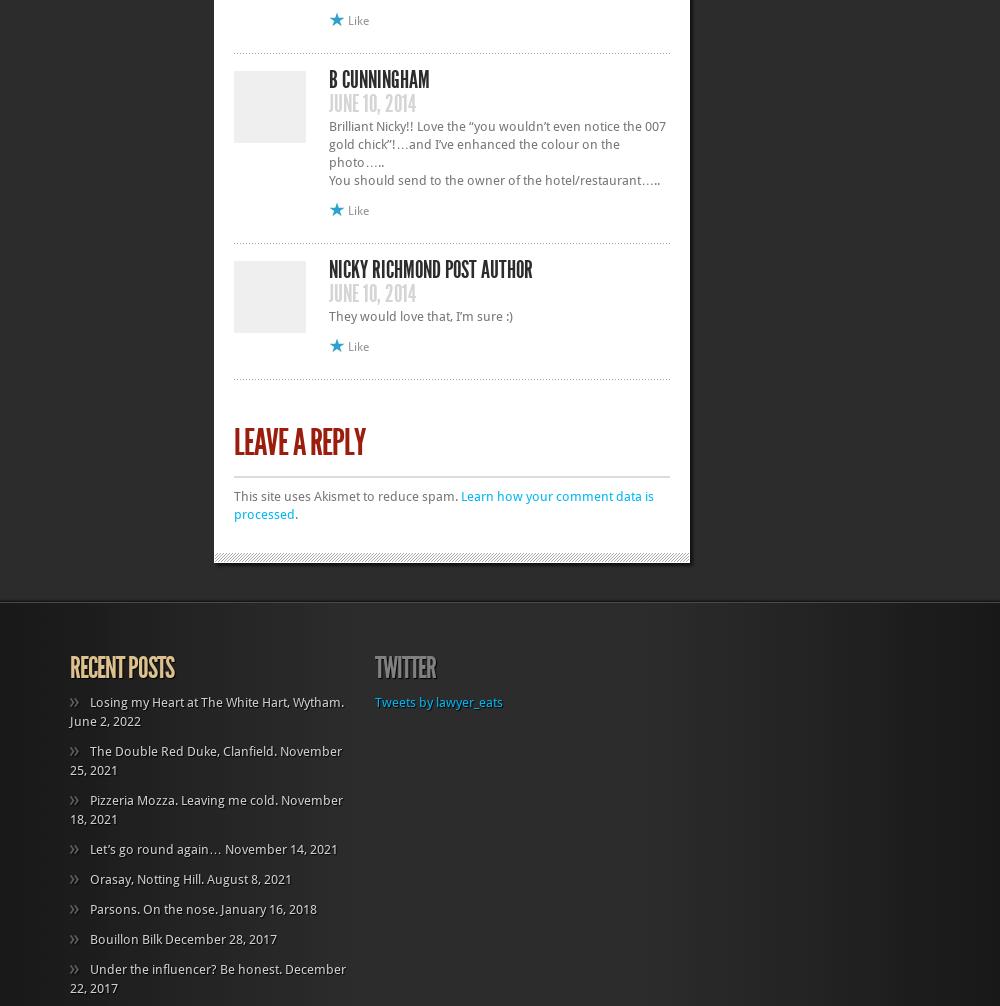 The height and width of the screenshot is (1006, 1000). What do you see at coordinates (299, 441) in the screenshot?
I see `'Leave a Reply'` at bounding box center [299, 441].